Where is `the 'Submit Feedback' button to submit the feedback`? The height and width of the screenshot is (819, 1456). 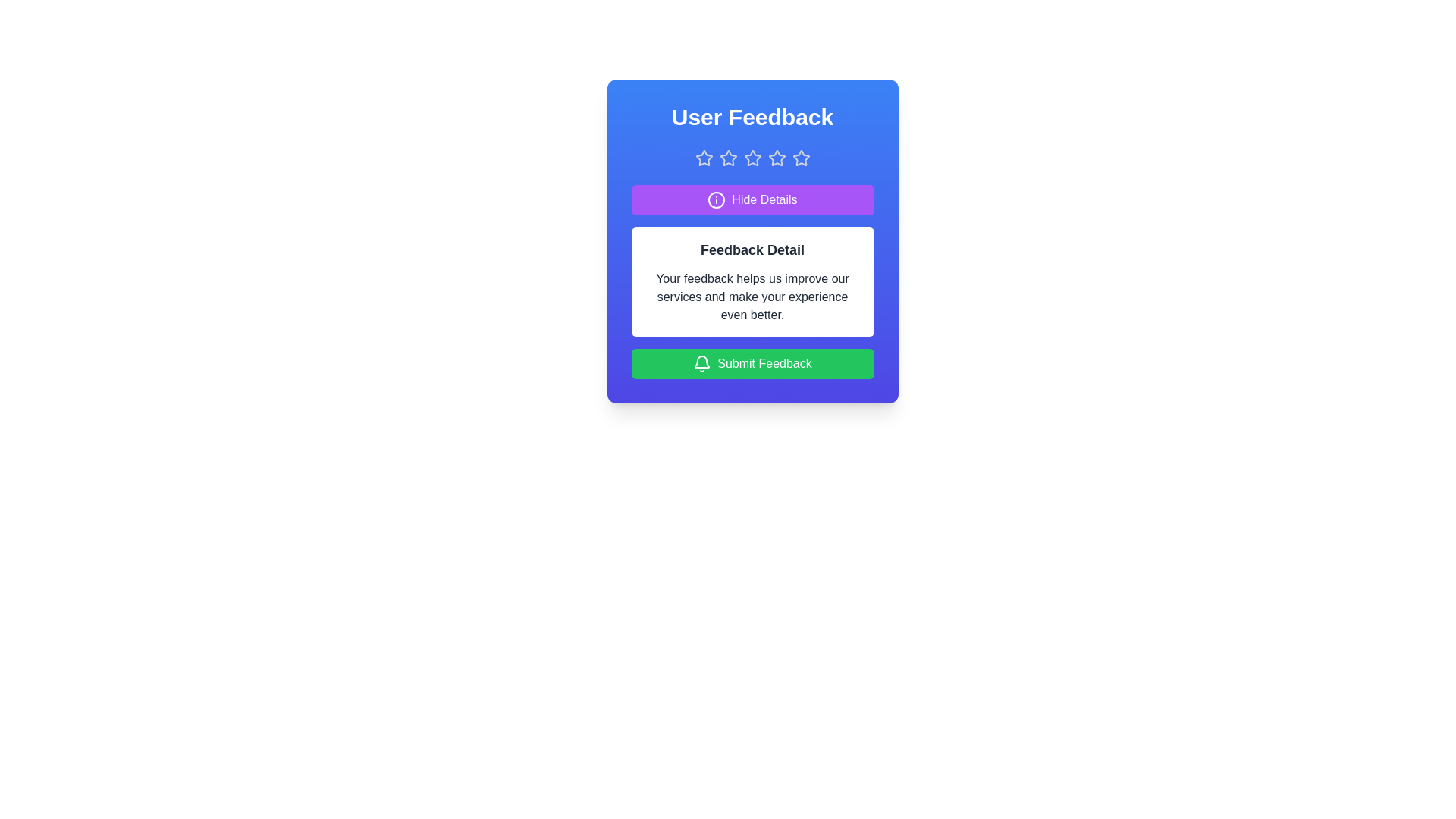
the 'Submit Feedback' button to submit the feedback is located at coordinates (752, 363).